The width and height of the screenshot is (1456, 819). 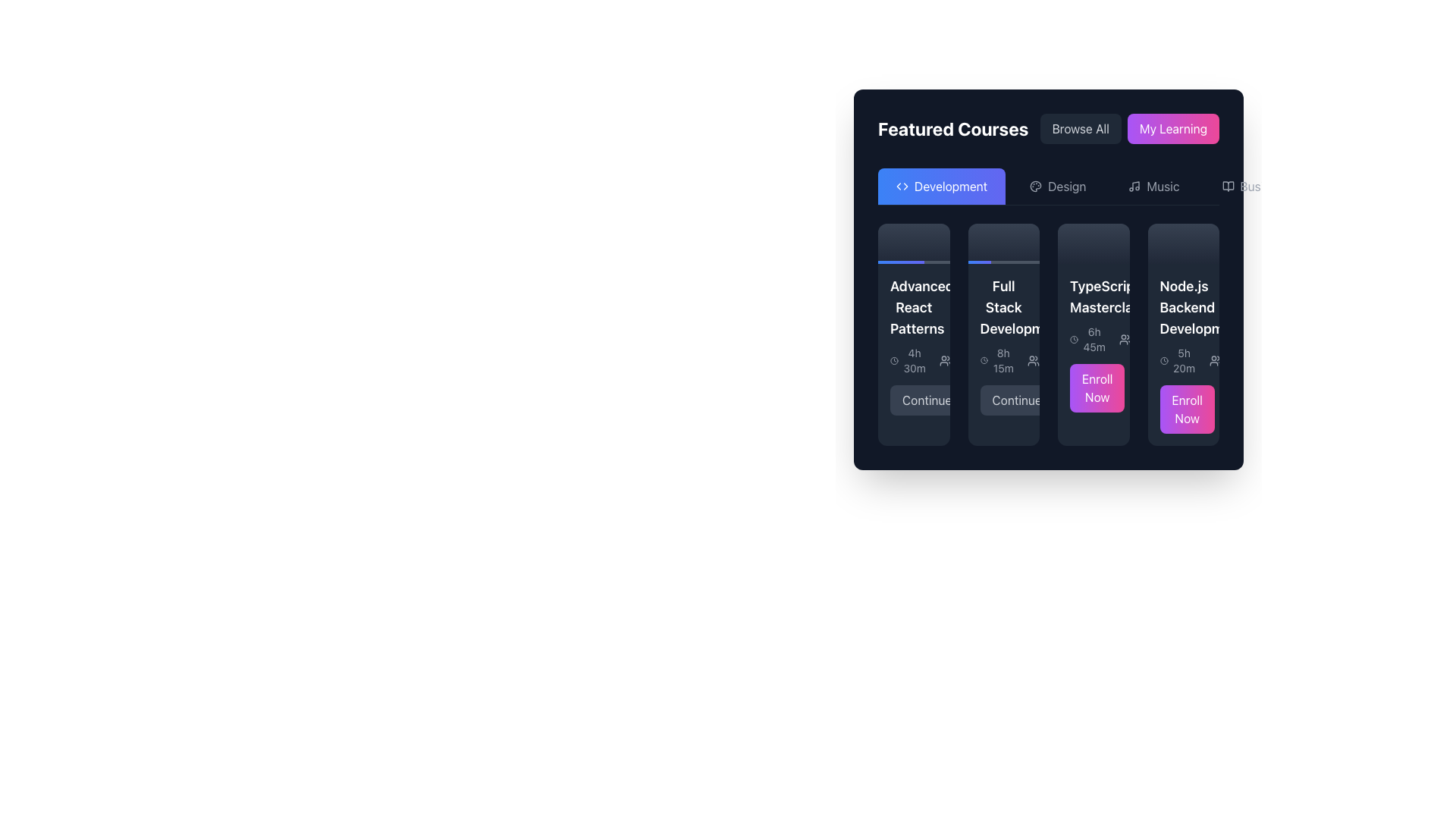 What do you see at coordinates (1035, 186) in the screenshot?
I see `the 'Design' icon located in the central navigation bar, which is positioned to the immediate right of the 'Development' tab` at bounding box center [1035, 186].